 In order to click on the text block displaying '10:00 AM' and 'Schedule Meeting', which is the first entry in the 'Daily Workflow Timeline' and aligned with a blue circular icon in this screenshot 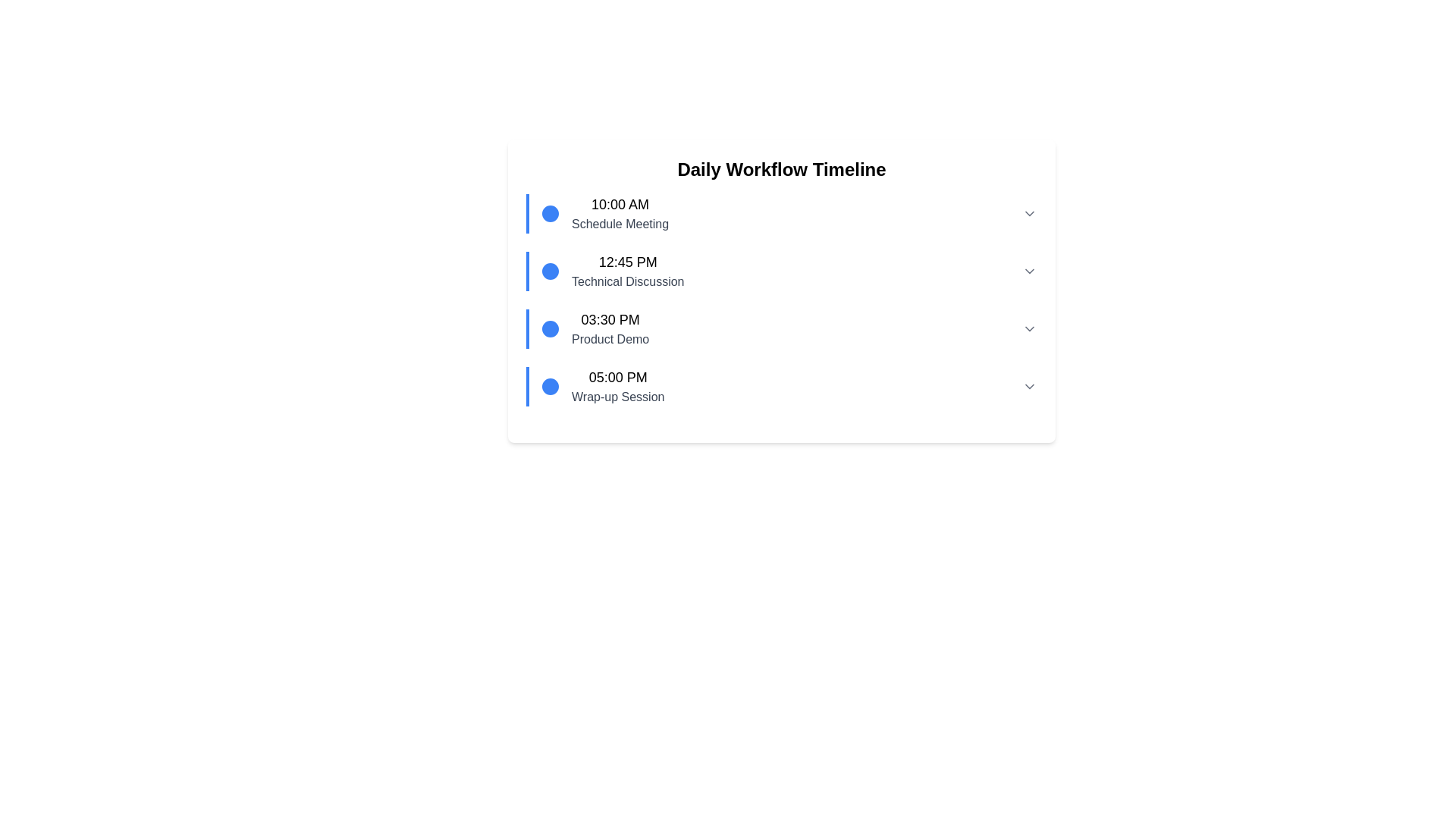, I will do `click(620, 213)`.